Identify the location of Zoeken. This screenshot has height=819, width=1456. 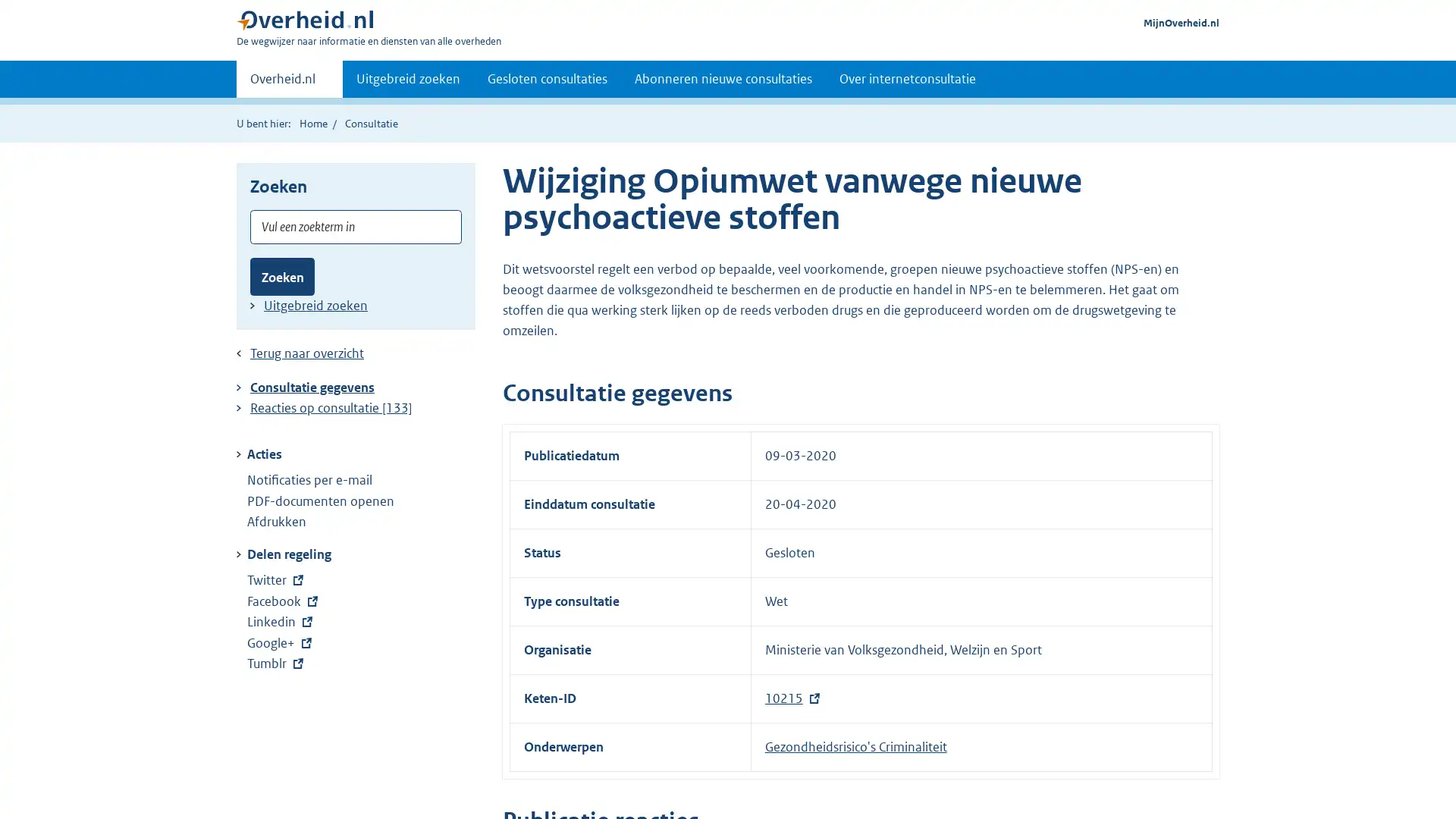
(282, 276).